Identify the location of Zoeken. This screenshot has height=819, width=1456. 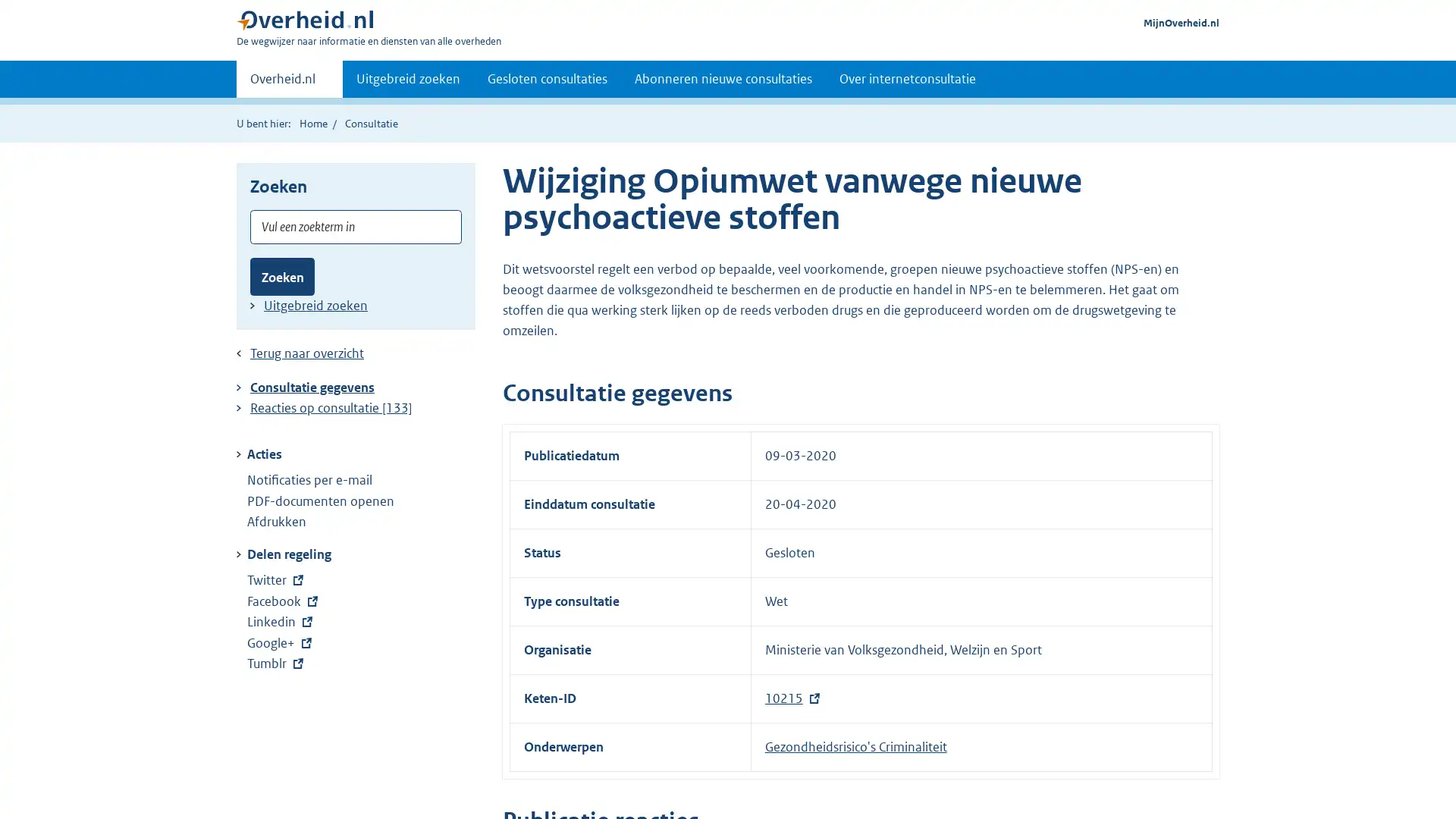
(282, 276).